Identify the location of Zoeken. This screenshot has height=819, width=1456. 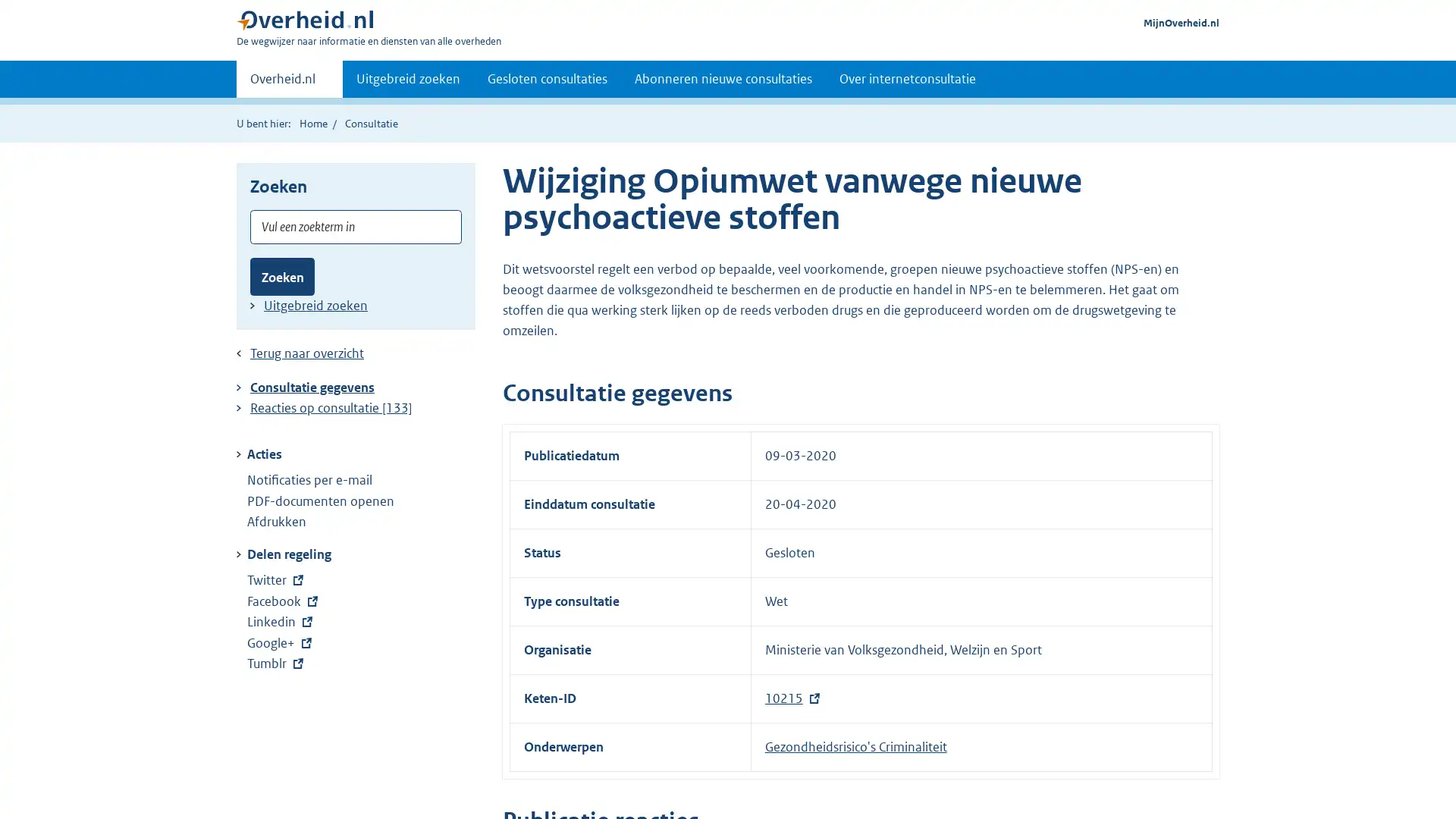
(282, 276).